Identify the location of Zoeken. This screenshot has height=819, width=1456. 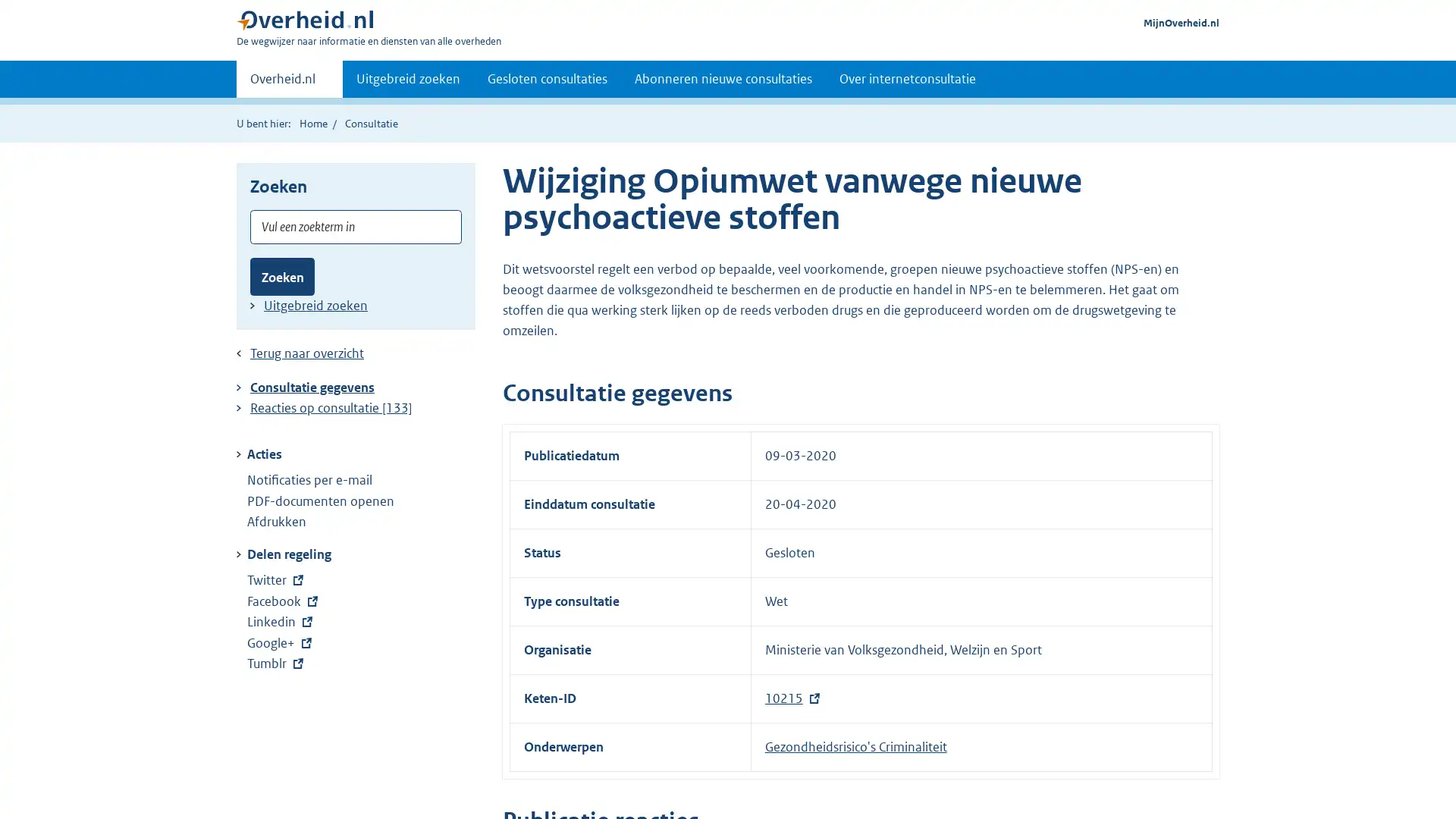
(282, 276).